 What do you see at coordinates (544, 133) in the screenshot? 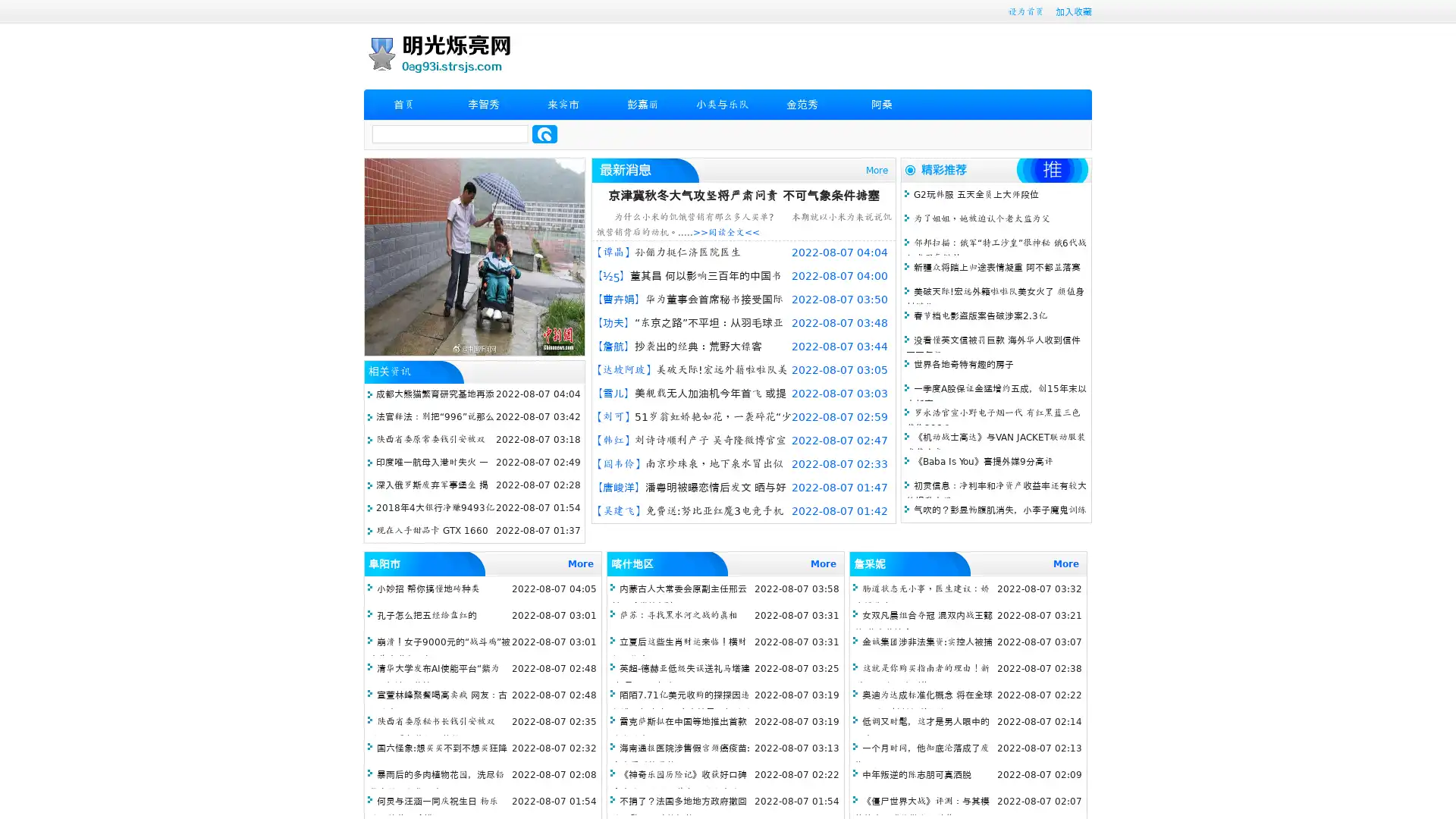
I see `Search` at bounding box center [544, 133].